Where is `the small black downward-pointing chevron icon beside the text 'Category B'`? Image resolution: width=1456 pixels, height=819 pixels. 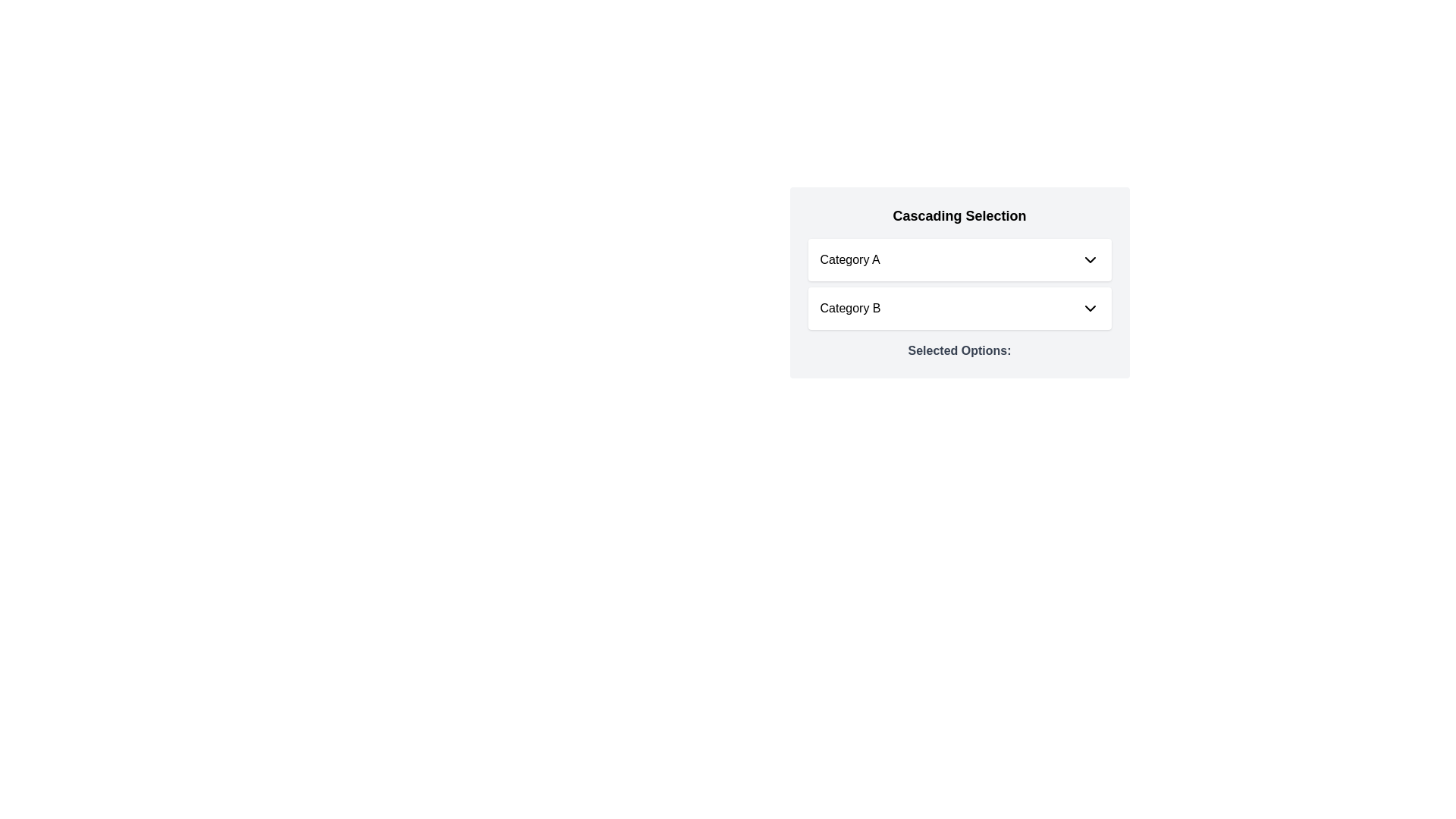 the small black downward-pointing chevron icon beside the text 'Category B' is located at coordinates (1089, 308).